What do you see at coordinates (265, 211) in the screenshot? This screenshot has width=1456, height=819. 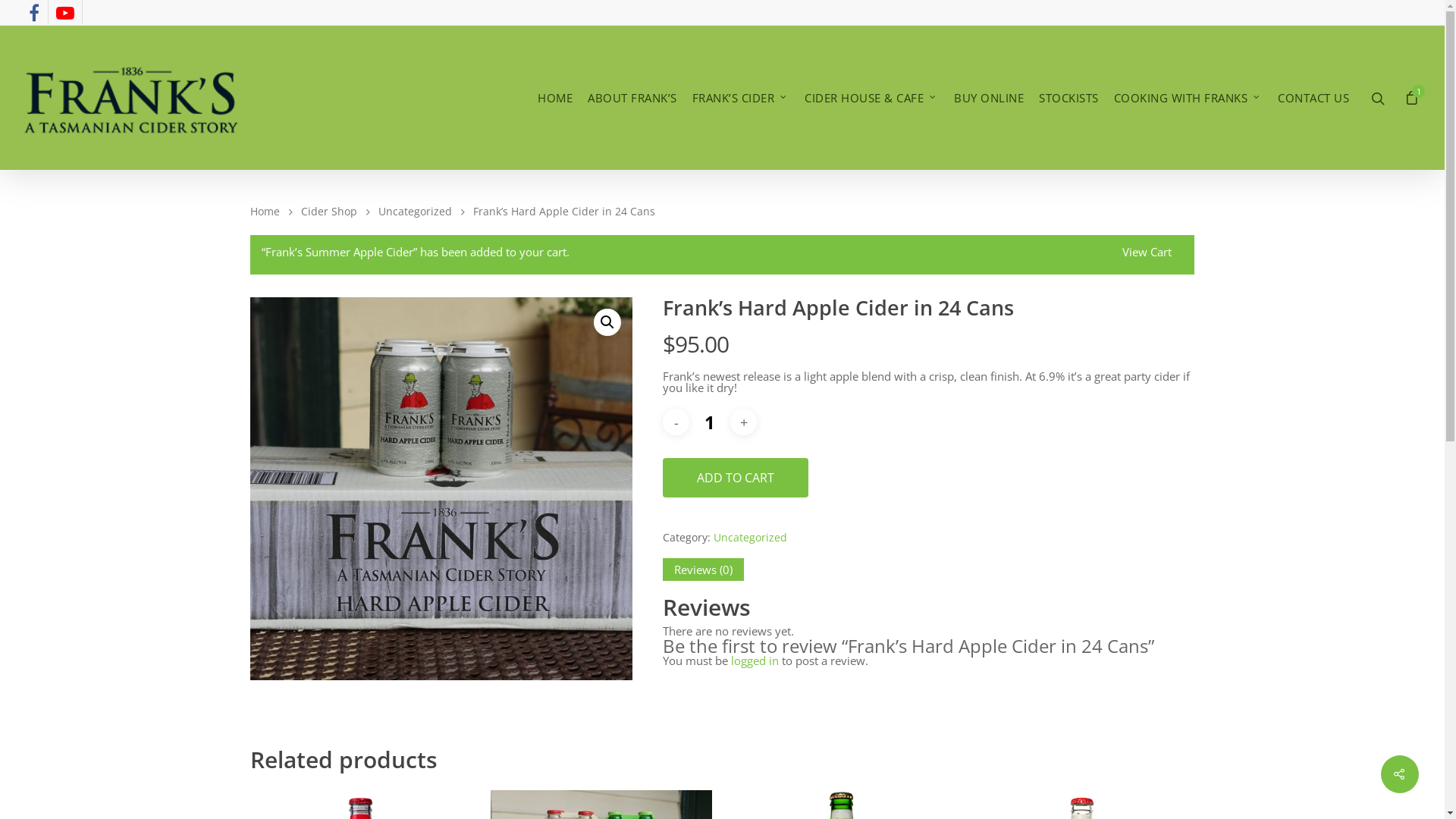 I see `'Home'` at bounding box center [265, 211].